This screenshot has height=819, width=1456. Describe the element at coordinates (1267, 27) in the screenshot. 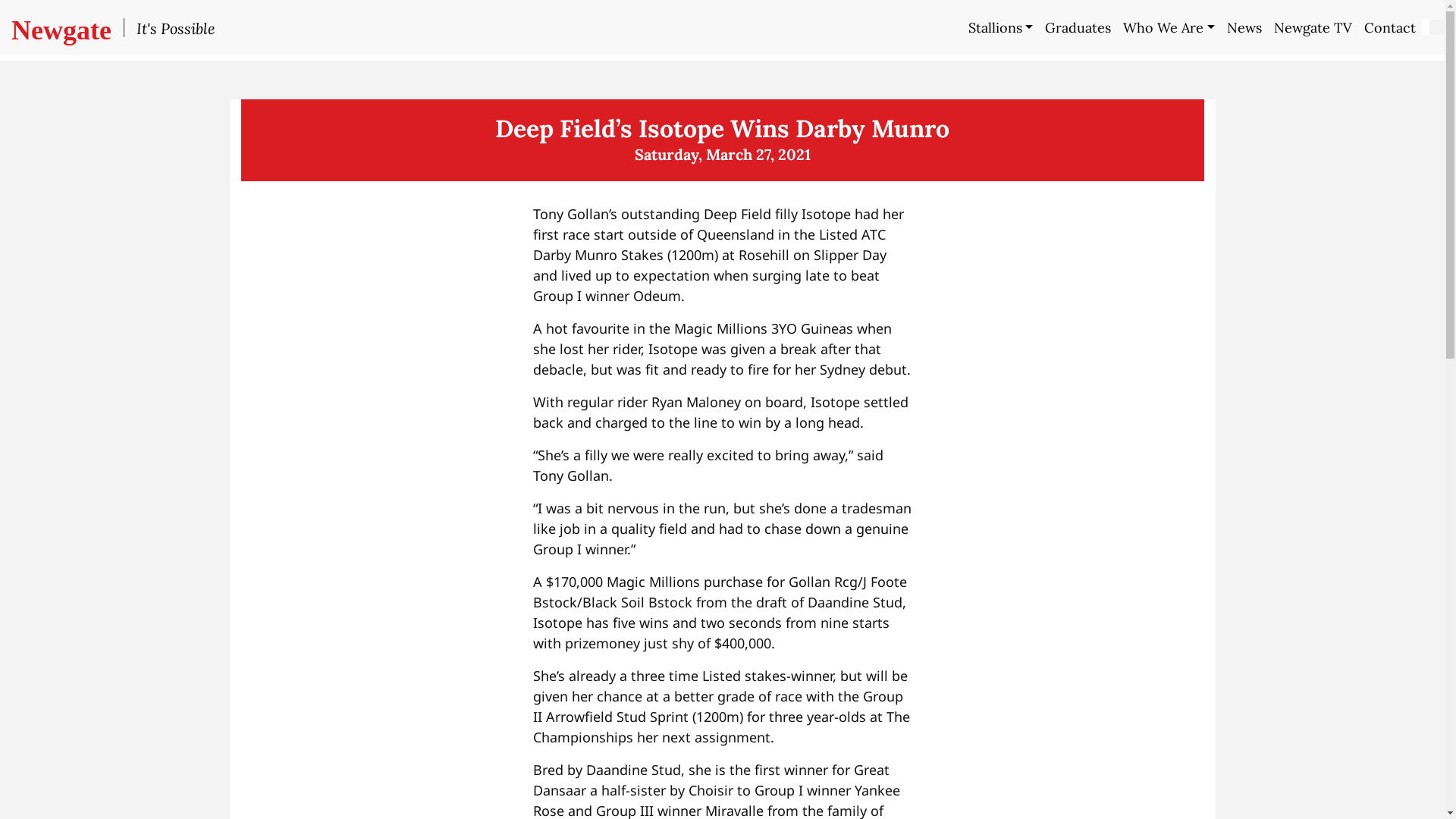

I see `'Newgate TV'` at that location.